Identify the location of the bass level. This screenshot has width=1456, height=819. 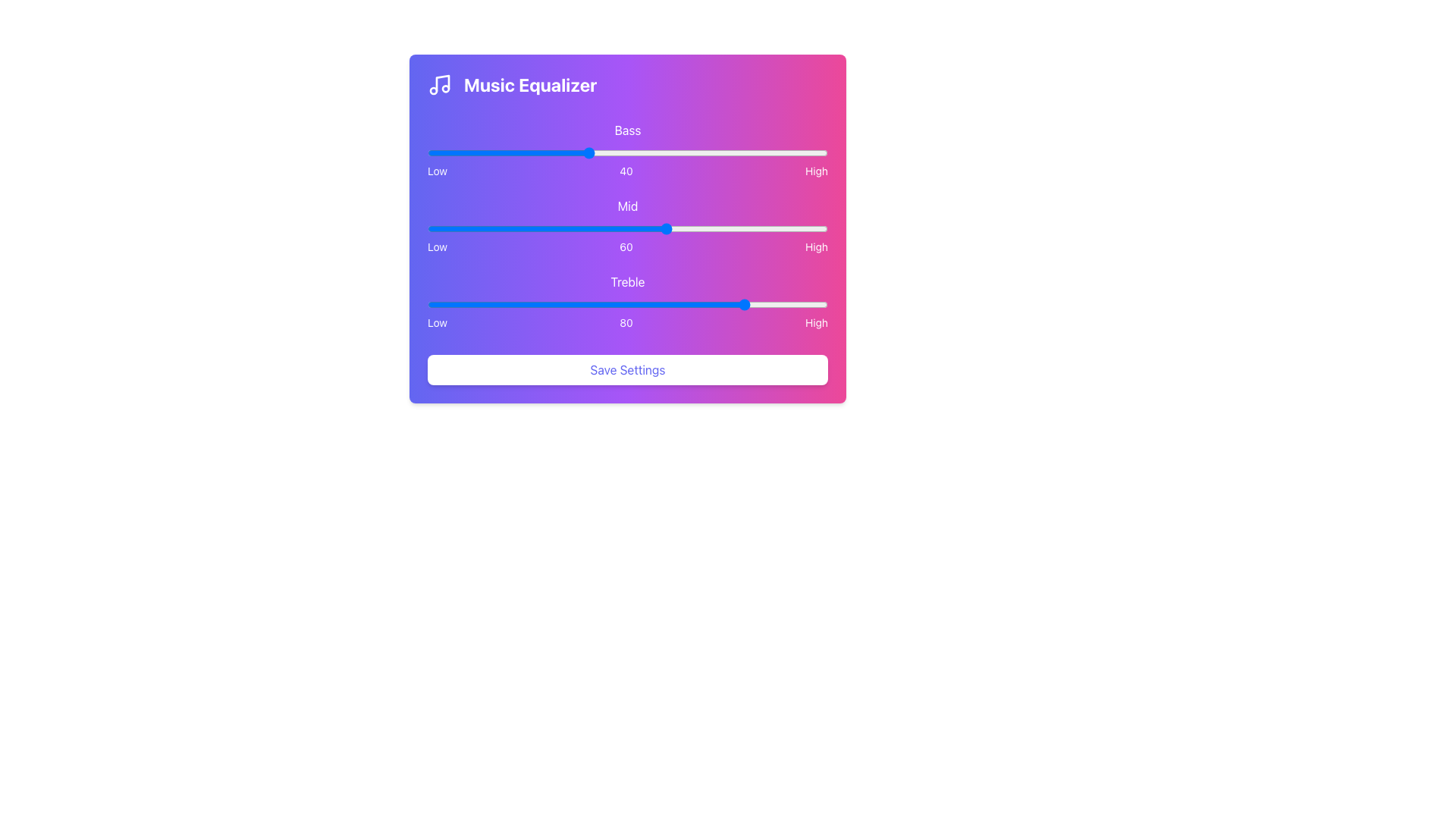
(780, 152).